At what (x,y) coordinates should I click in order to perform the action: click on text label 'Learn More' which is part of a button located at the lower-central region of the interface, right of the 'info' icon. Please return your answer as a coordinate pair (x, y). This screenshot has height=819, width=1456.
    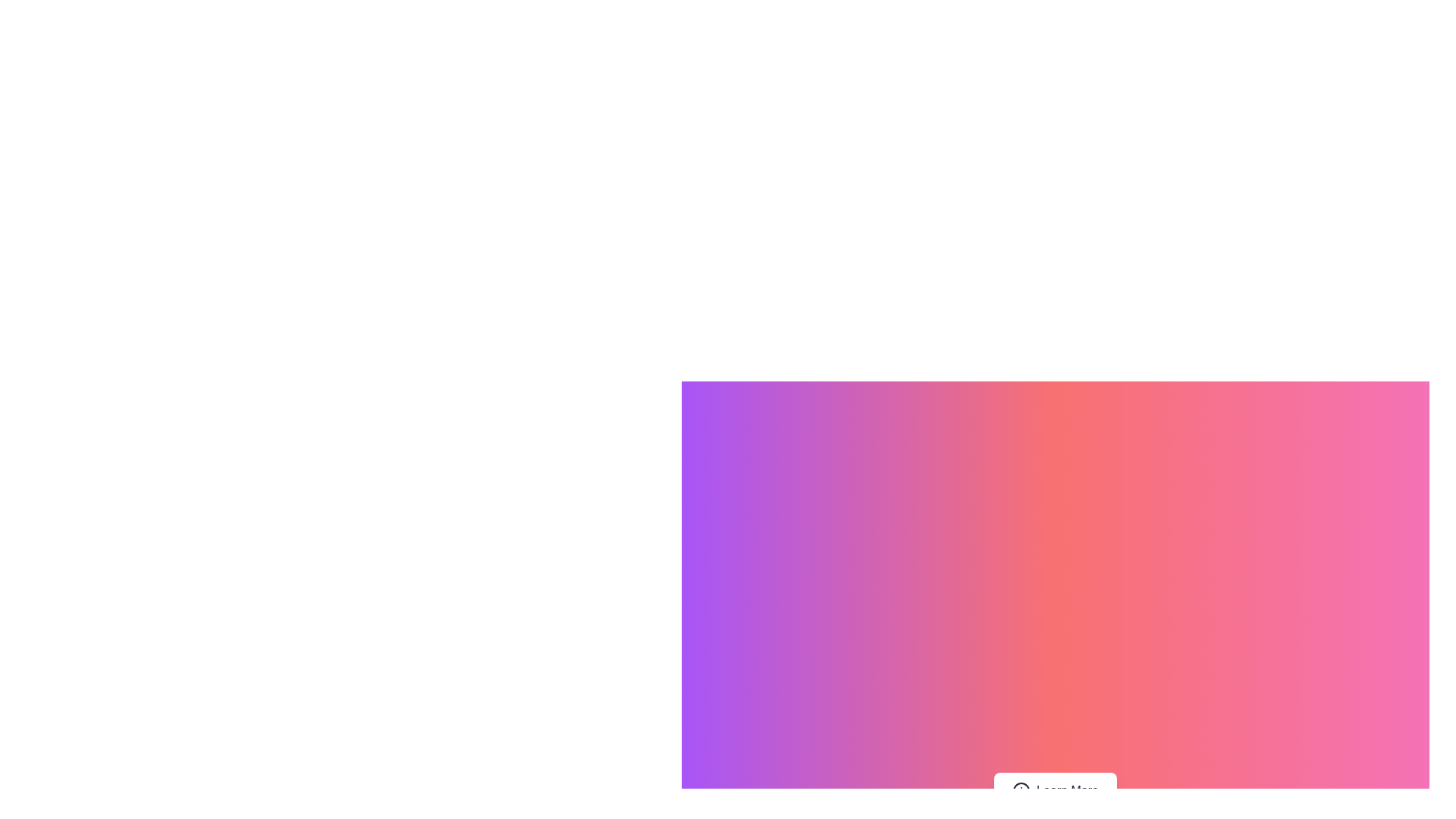
    Looking at the image, I should click on (1066, 789).